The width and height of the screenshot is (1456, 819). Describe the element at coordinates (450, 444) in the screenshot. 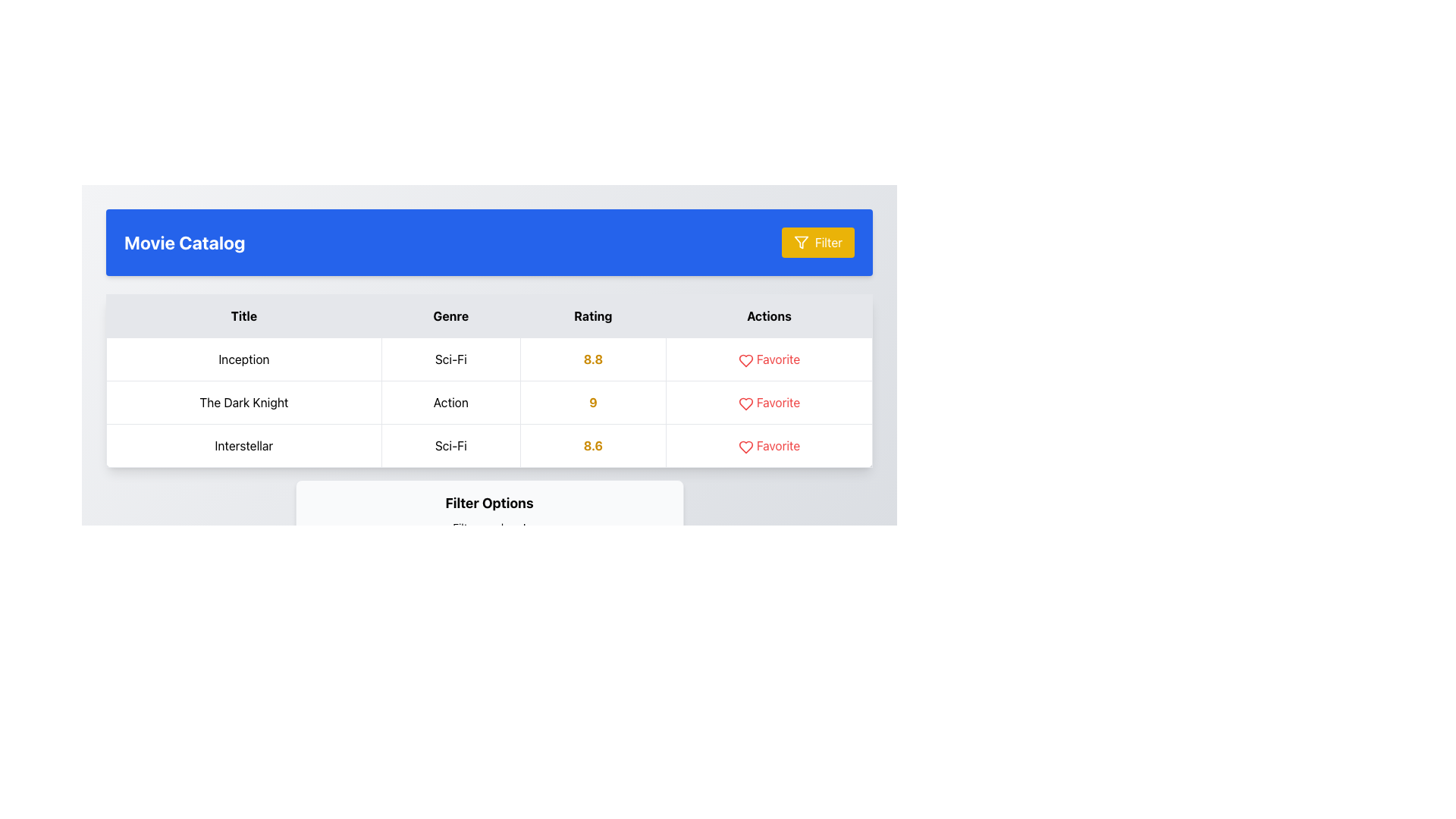

I see `the text element displaying 'Sci-Fi' in the Genre column of the movie table, located in the third row next to 'Interstellar'` at that location.